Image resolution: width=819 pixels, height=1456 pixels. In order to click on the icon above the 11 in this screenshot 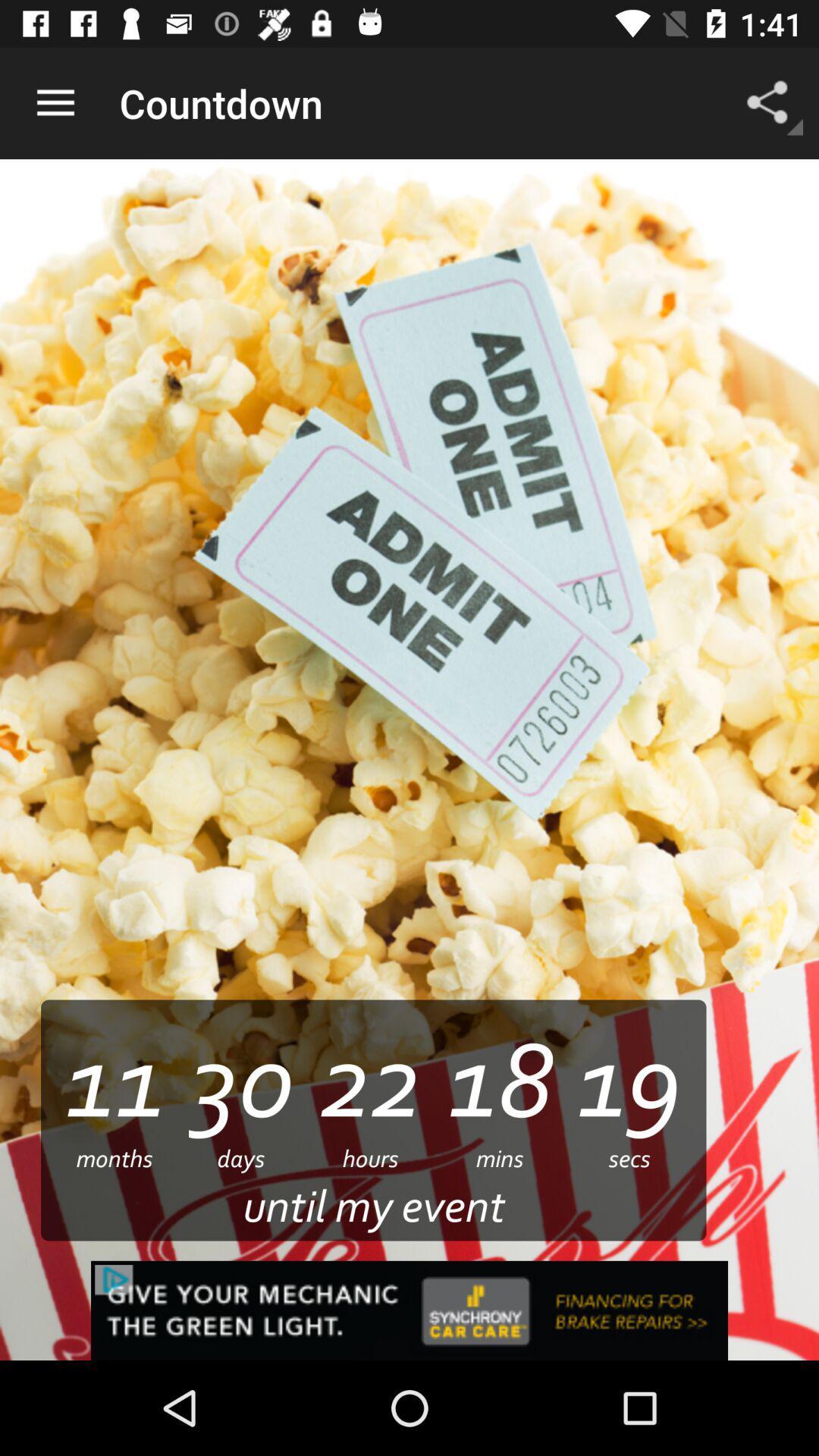, I will do `click(55, 102)`.